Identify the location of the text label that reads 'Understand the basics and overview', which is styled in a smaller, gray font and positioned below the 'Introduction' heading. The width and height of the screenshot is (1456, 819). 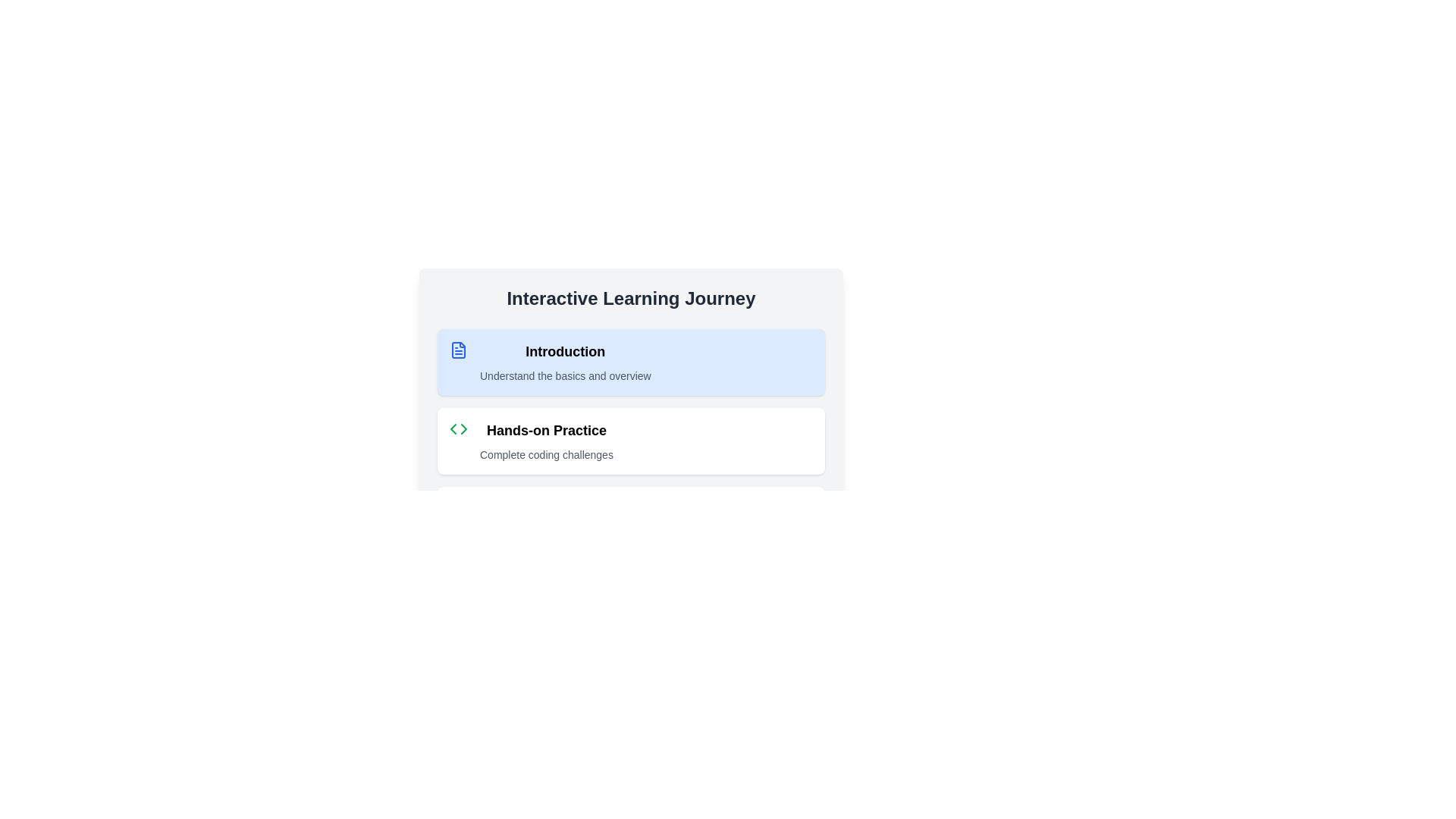
(564, 375).